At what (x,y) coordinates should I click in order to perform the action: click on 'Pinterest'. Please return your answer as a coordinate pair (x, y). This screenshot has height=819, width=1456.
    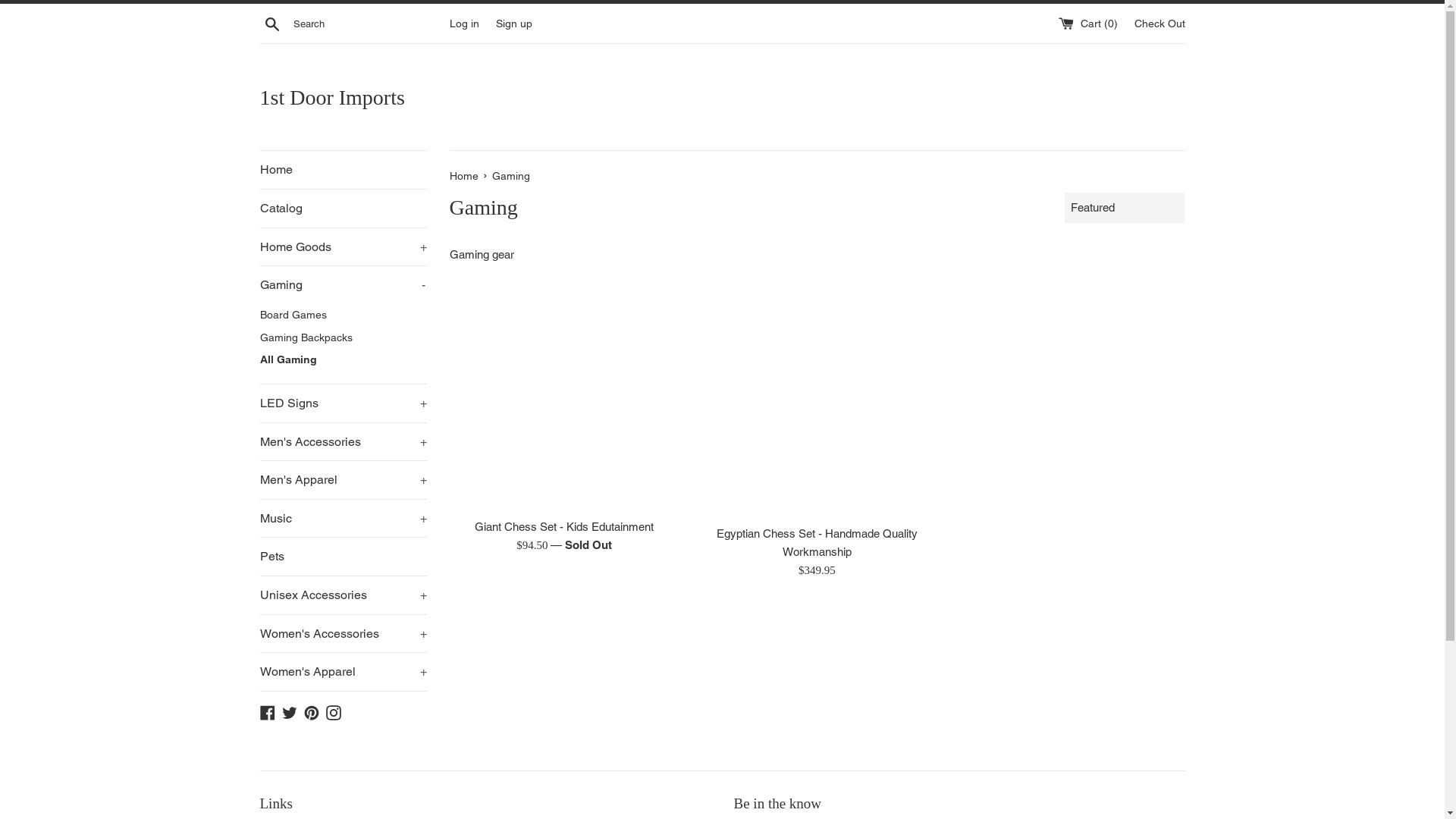
    Looking at the image, I should click on (309, 711).